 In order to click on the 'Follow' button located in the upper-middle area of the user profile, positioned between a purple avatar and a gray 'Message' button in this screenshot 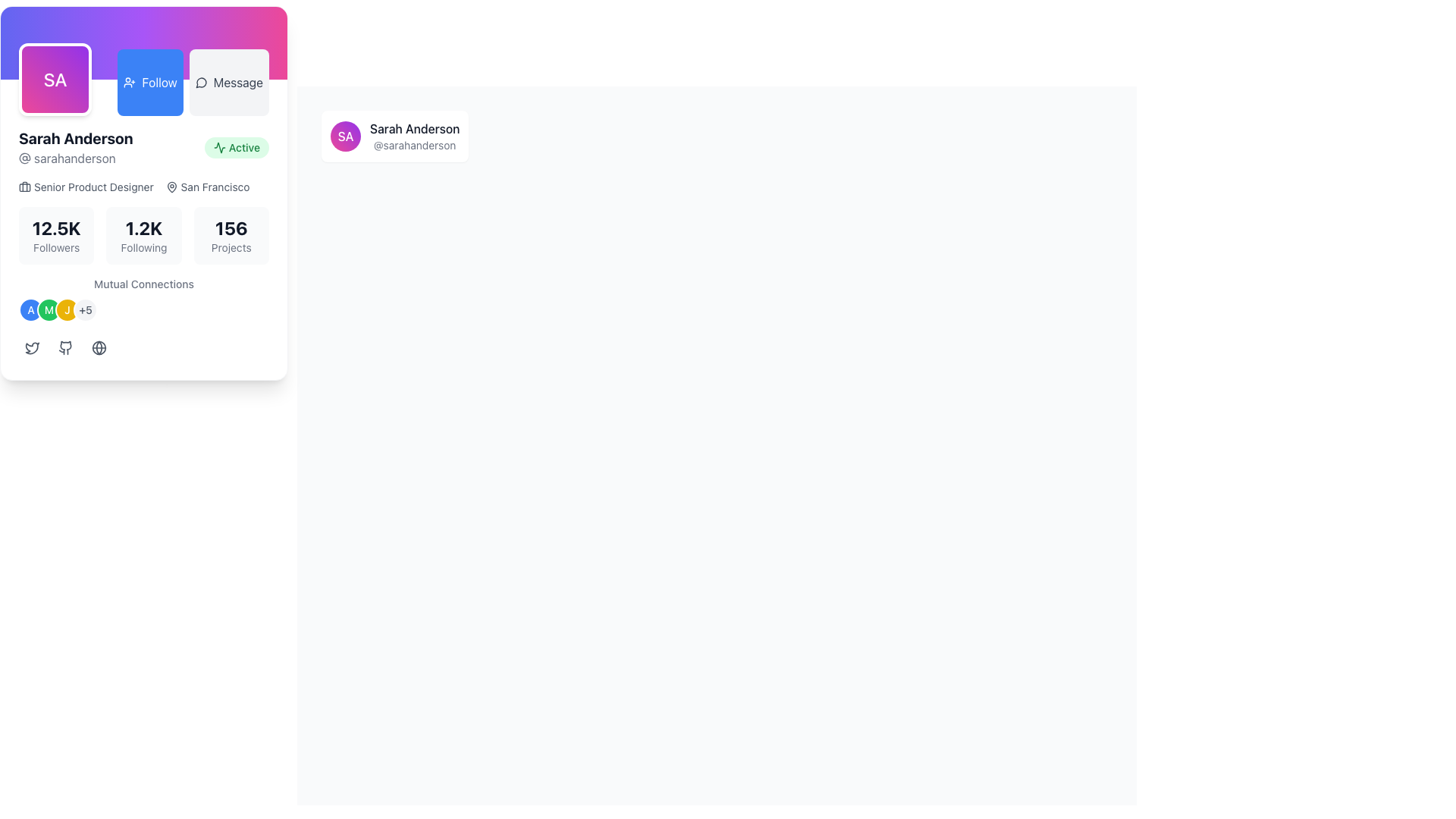, I will do `click(144, 79)`.